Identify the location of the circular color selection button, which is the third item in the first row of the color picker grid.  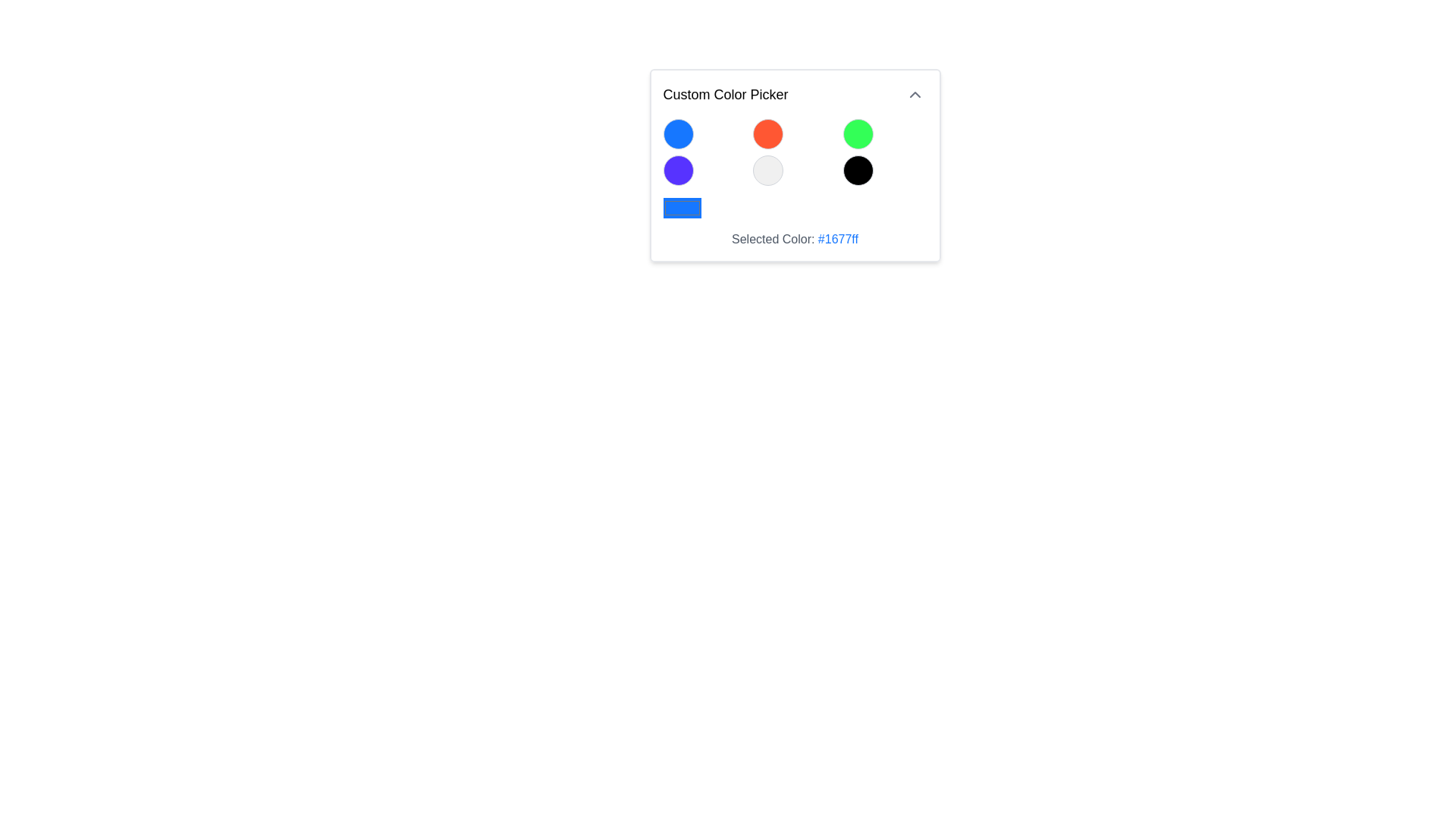
(858, 133).